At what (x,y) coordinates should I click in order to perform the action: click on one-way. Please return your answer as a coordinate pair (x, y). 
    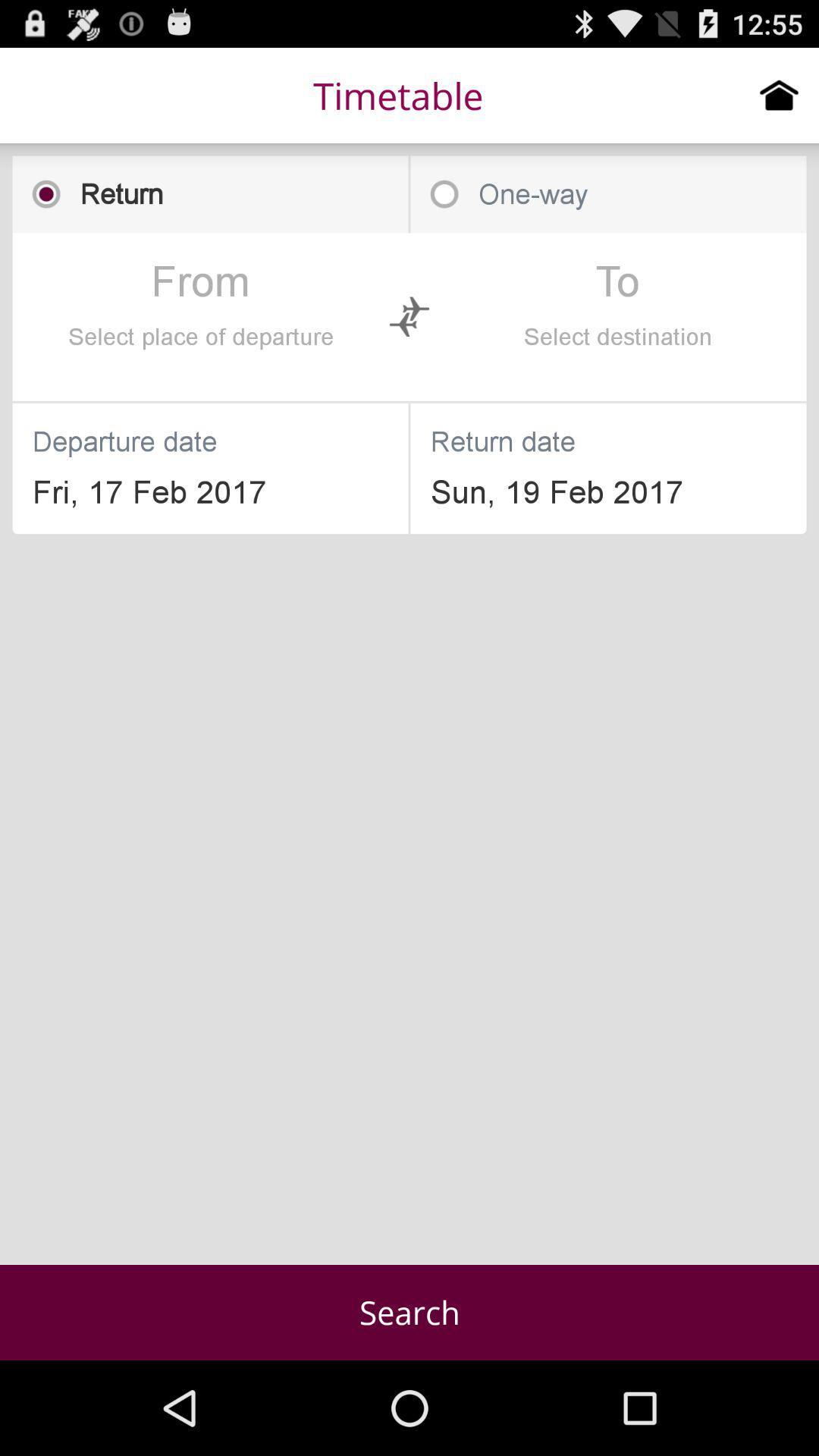
    Looking at the image, I should click on (607, 193).